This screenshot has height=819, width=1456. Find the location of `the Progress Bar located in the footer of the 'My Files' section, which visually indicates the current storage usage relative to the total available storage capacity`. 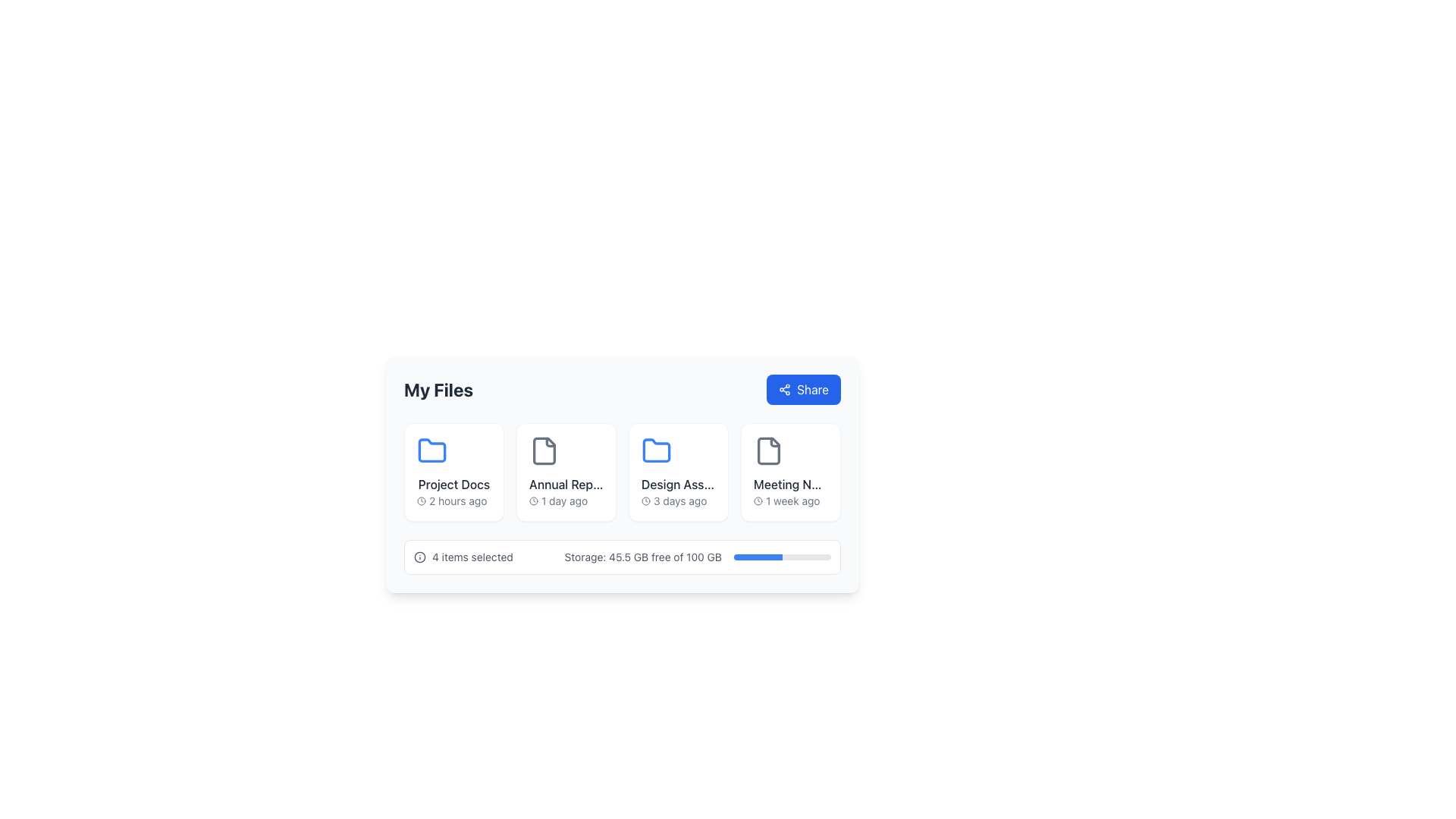

the Progress Bar located in the footer of the 'My Files' section, which visually indicates the current storage usage relative to the total available storage capacity is located at coordinates (783, 557).